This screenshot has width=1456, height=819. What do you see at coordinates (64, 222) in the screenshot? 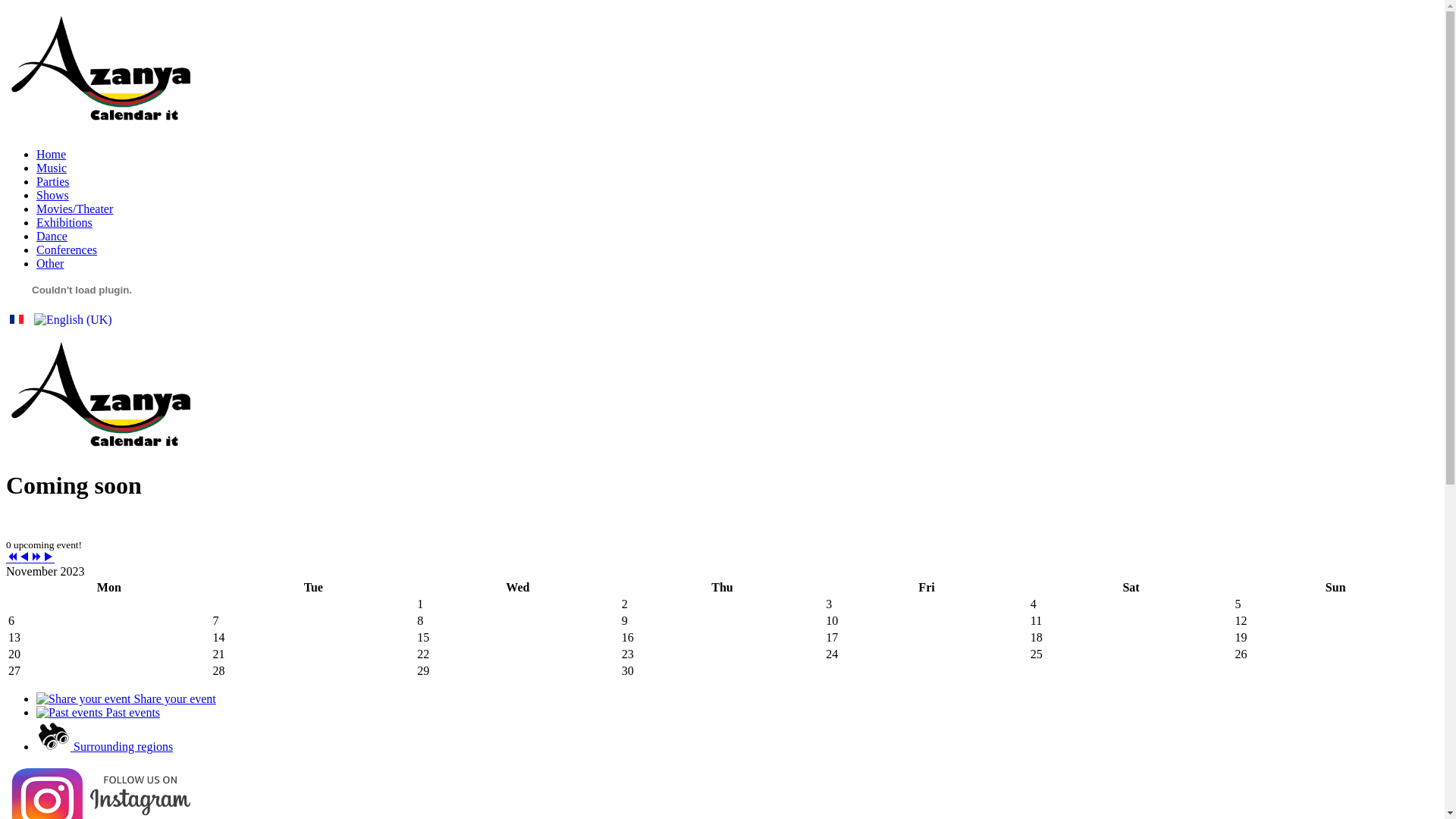
I see `'Exhibitions'` at bounding box center [64, 222].